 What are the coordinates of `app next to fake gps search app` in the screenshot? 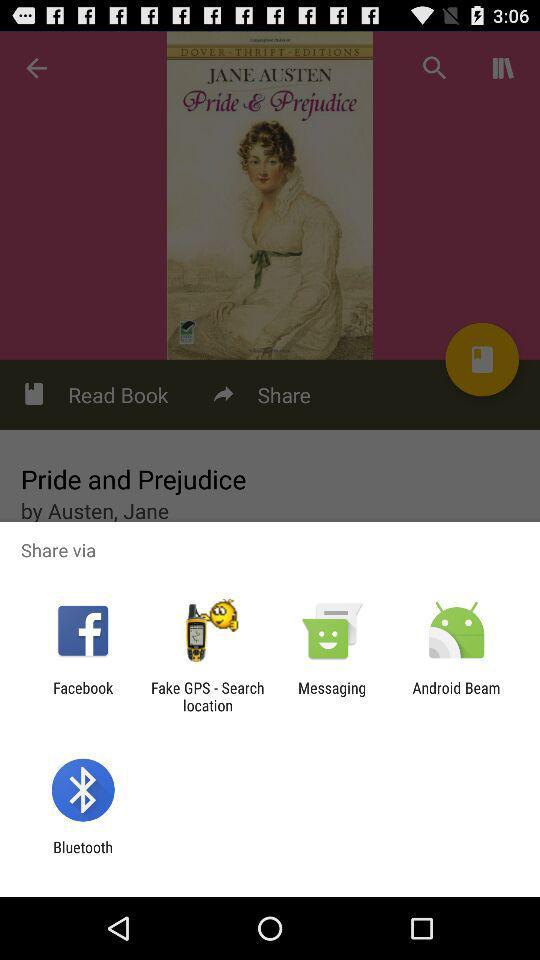 It's located at (82, 696).